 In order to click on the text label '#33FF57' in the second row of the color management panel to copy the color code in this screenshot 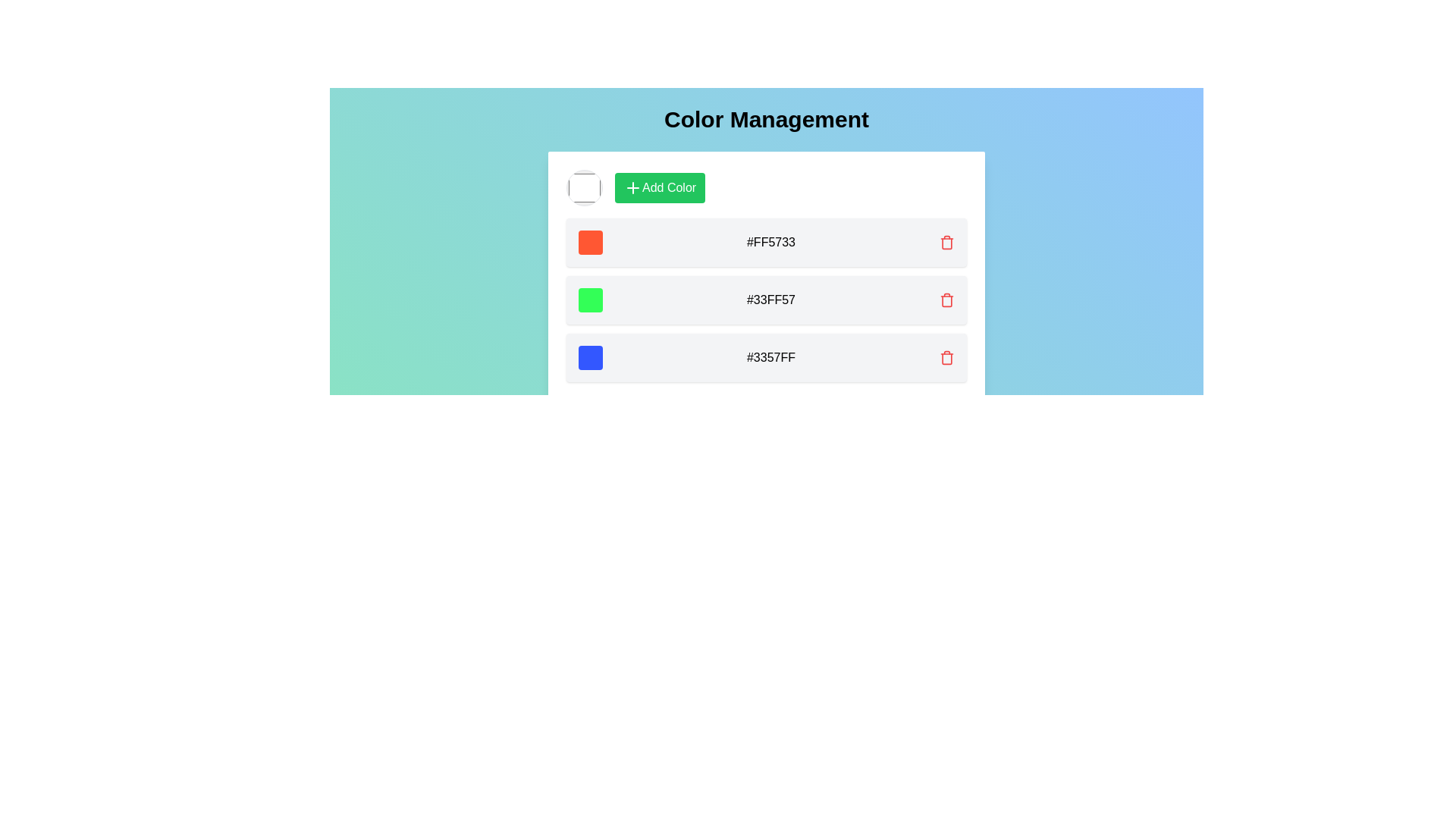, I will do `click(767, 300)`.